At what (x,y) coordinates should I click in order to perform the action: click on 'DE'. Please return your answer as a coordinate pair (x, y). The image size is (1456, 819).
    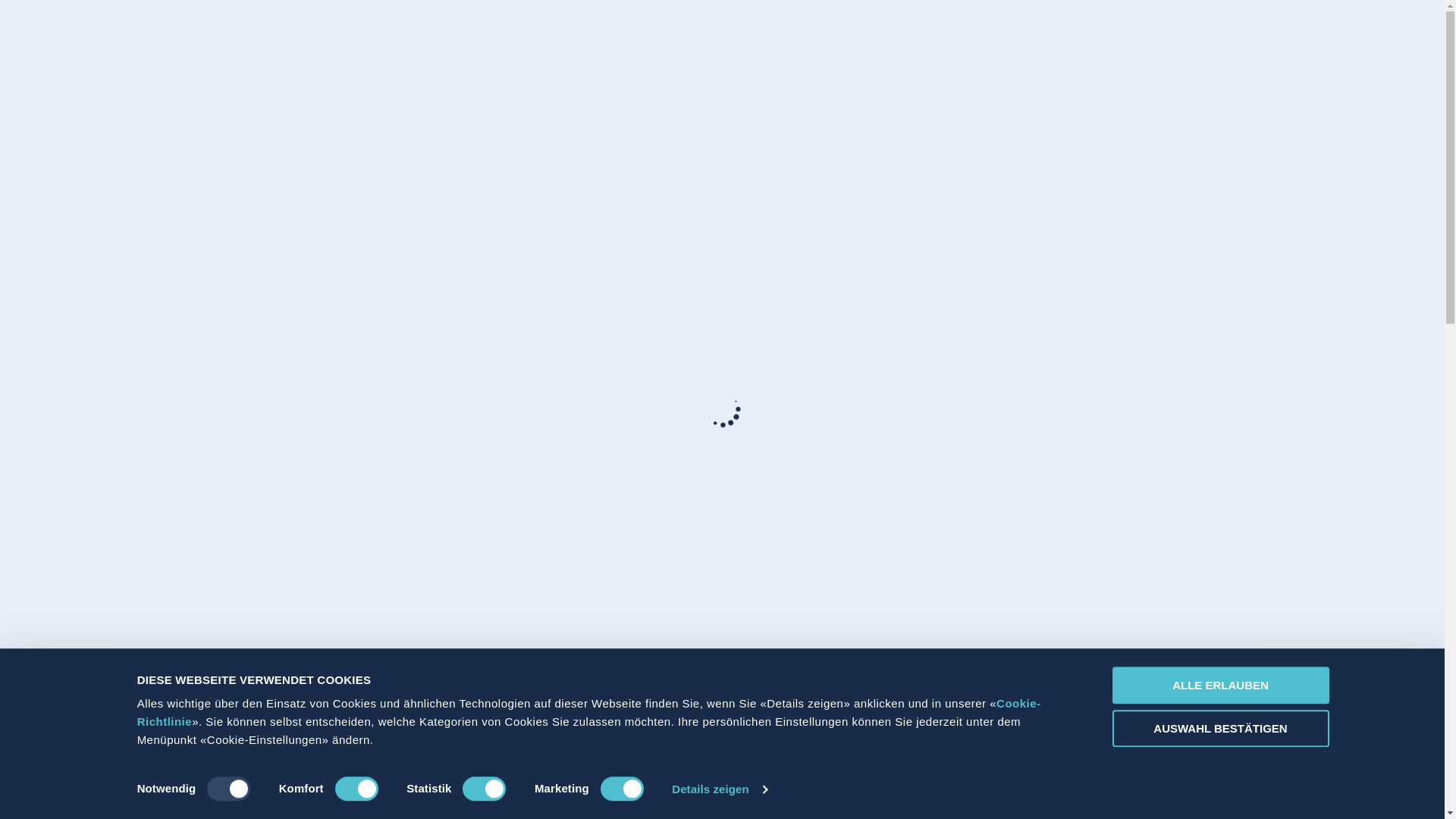
    Looking at the image, I should click on (1055, 37).